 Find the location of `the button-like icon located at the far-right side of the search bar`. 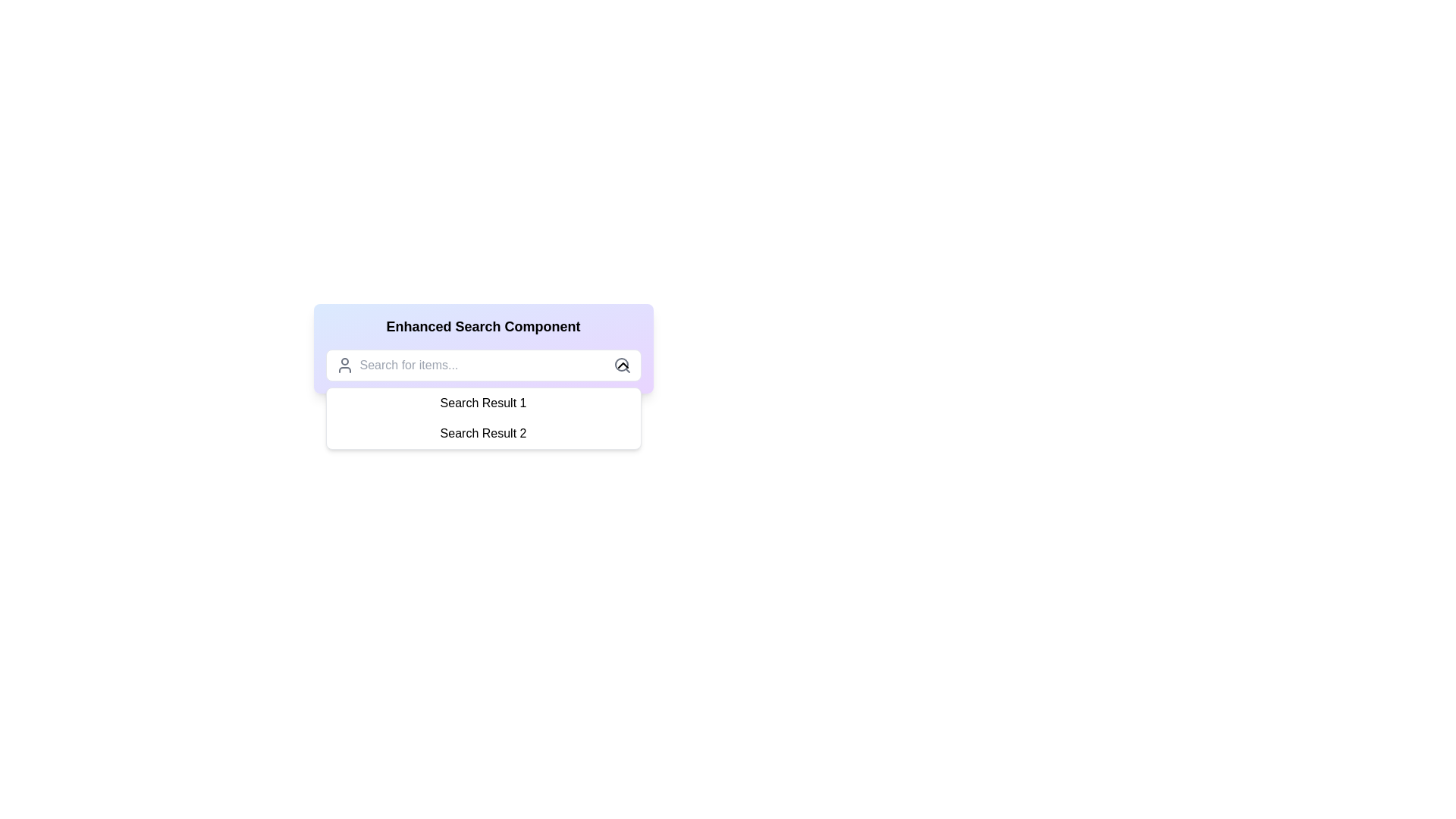

the button-like icon located at the far-right side of the search bar is located at coordinates (623, 366).